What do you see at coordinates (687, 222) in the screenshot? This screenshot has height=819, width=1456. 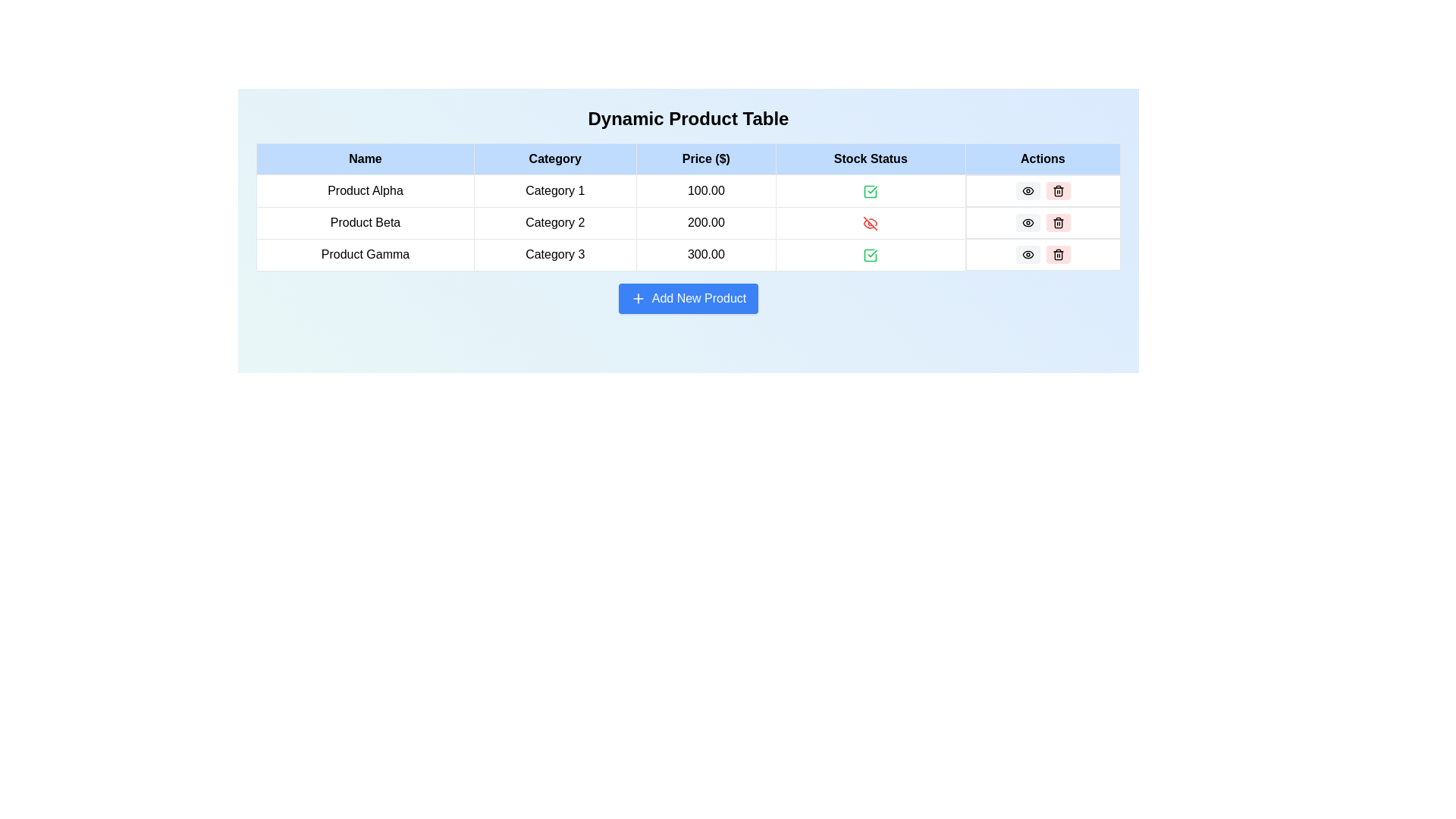 I see `the second row of the 'Dynamic Product Table' that contains 'Product Beta', 'Category 2', and '200.00'` at bounding box center [687, 222].